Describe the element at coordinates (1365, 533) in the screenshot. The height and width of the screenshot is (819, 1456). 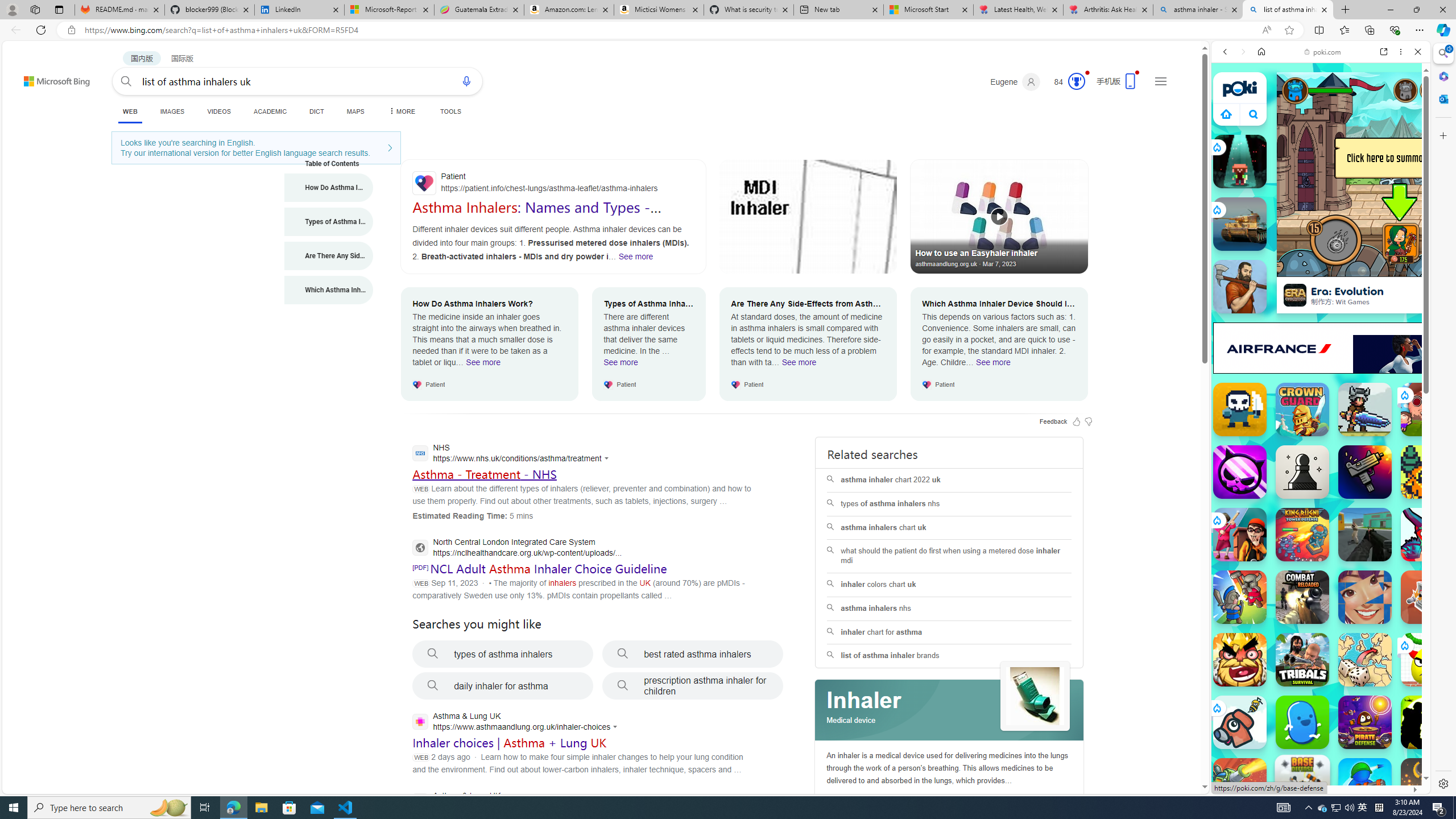
I see `'Combat Online Combat Online'` at that location.